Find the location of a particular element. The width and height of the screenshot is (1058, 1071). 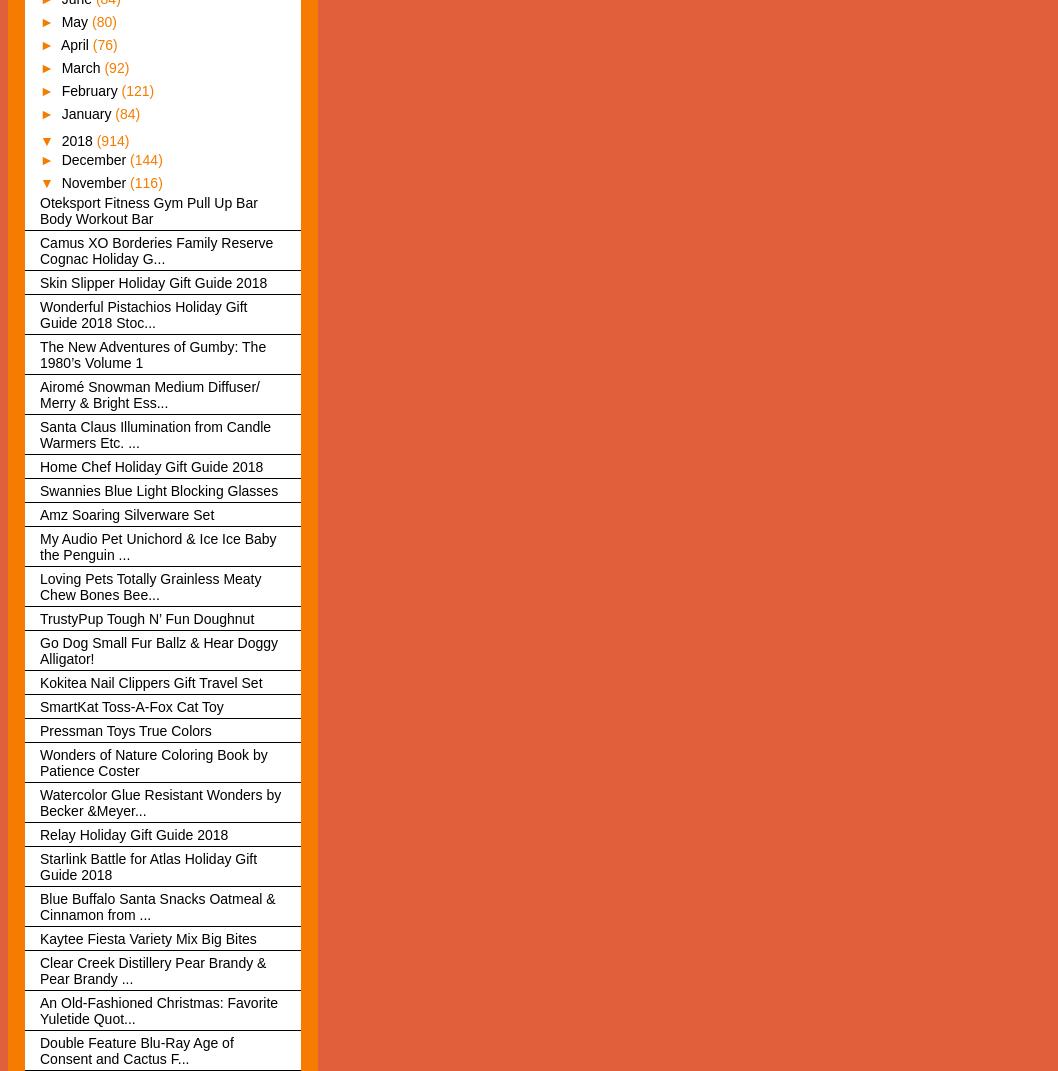

'May' is located at coordinates (75, 20).